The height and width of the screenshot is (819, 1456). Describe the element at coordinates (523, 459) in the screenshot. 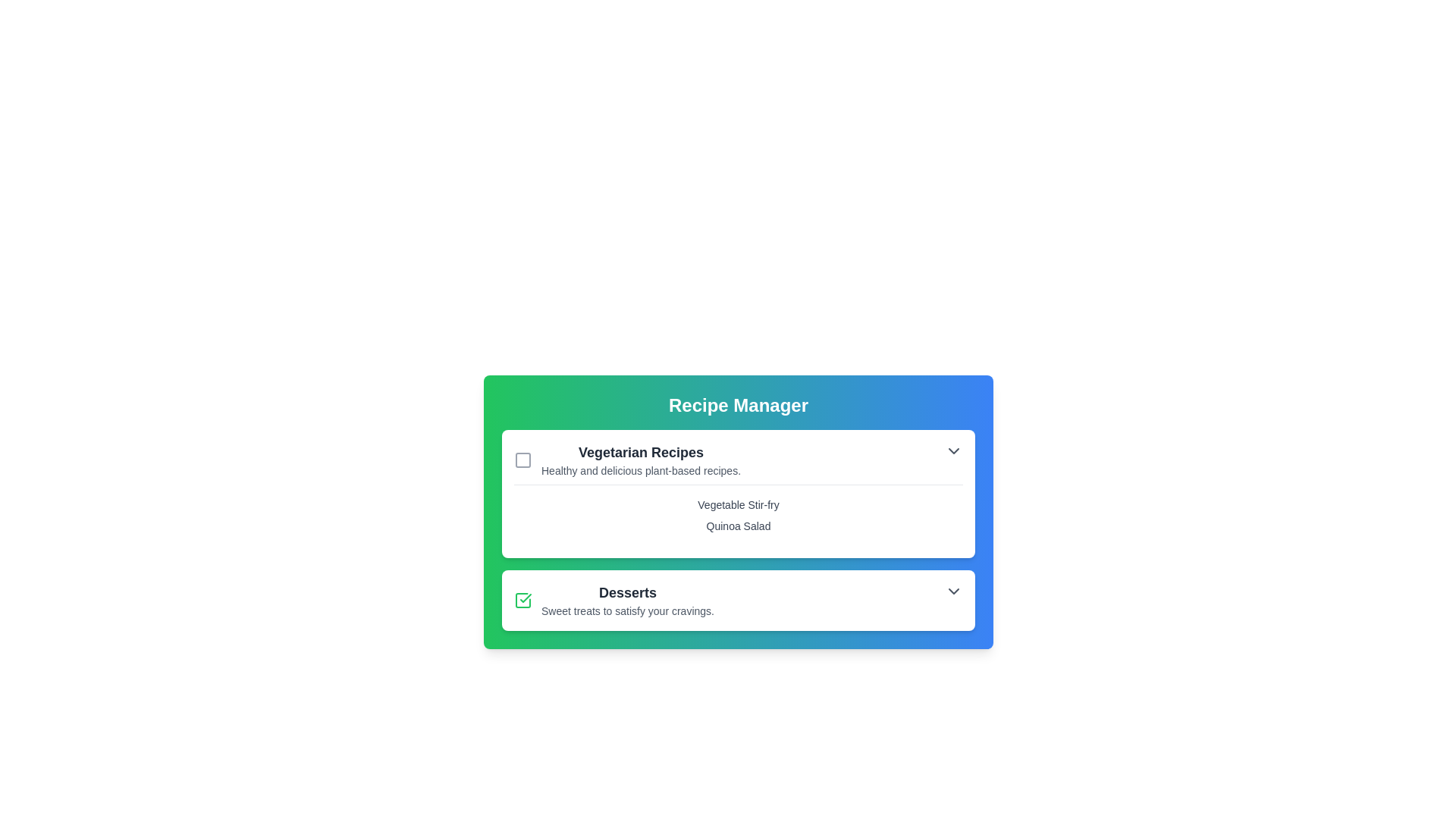

I see `the square icon with a light gray border, located to the immediate left of 'Vegetarian Recipes'` at that location.